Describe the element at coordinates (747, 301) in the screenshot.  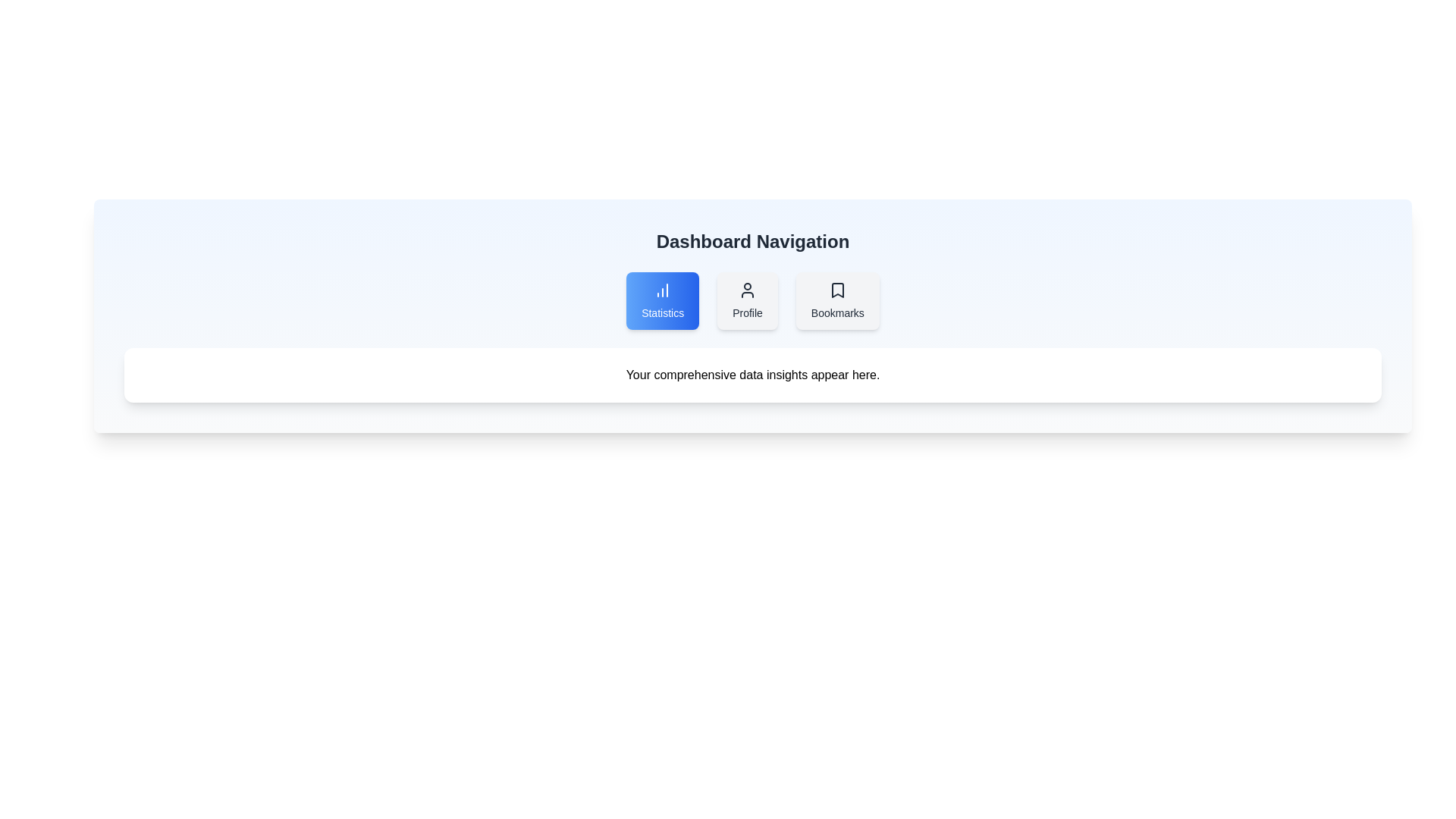
I see `the second button in the horizontal navigation menu` at that location.